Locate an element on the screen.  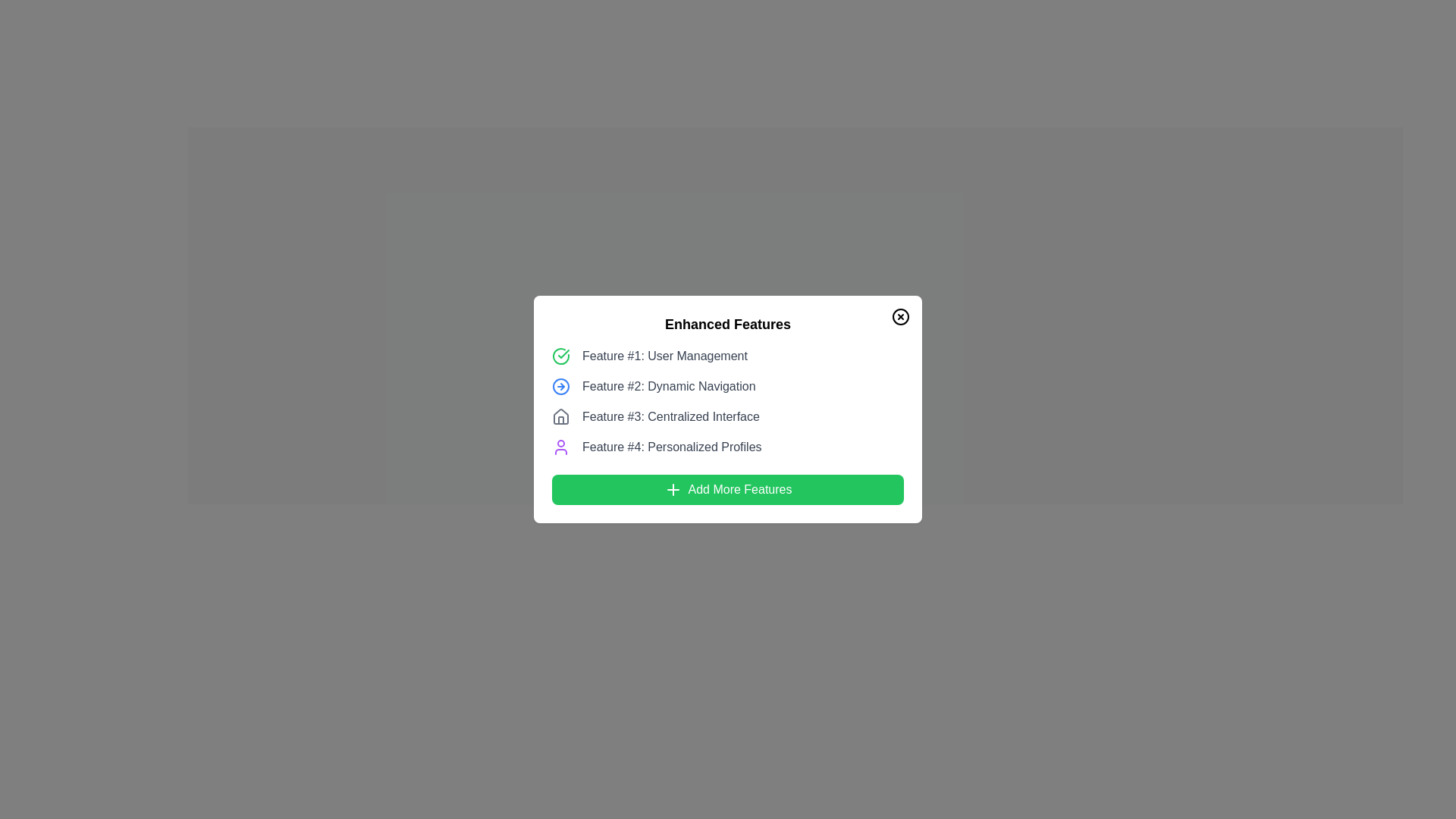
the circular close button with an 'X' icon located in the top-right corner of the 'Enhanced Features' modal is located at coordinates (901, 315).